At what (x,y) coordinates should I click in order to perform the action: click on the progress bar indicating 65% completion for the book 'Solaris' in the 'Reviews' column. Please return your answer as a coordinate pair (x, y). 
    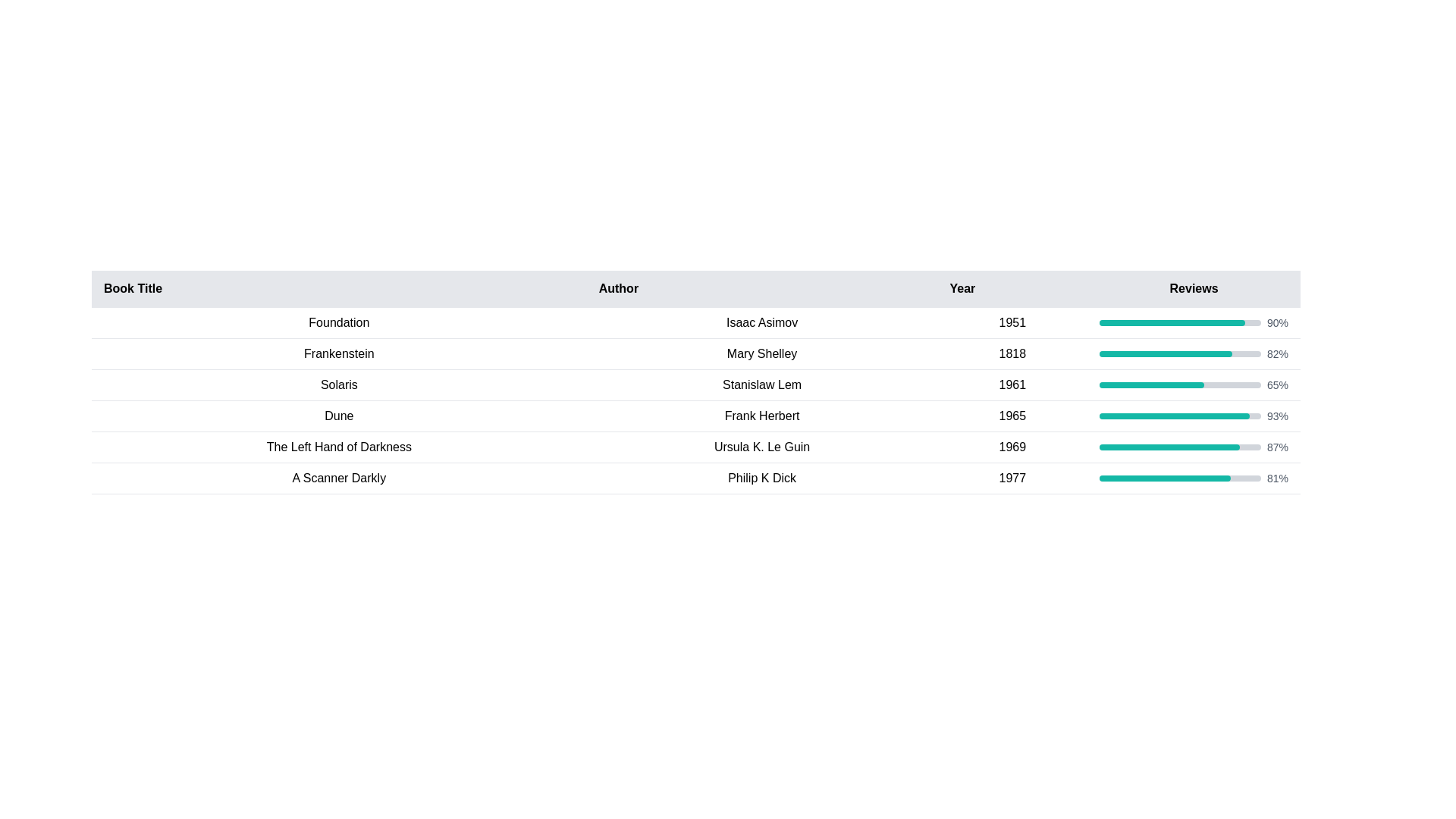
    Looking at the image, I should click on (1179, 384).